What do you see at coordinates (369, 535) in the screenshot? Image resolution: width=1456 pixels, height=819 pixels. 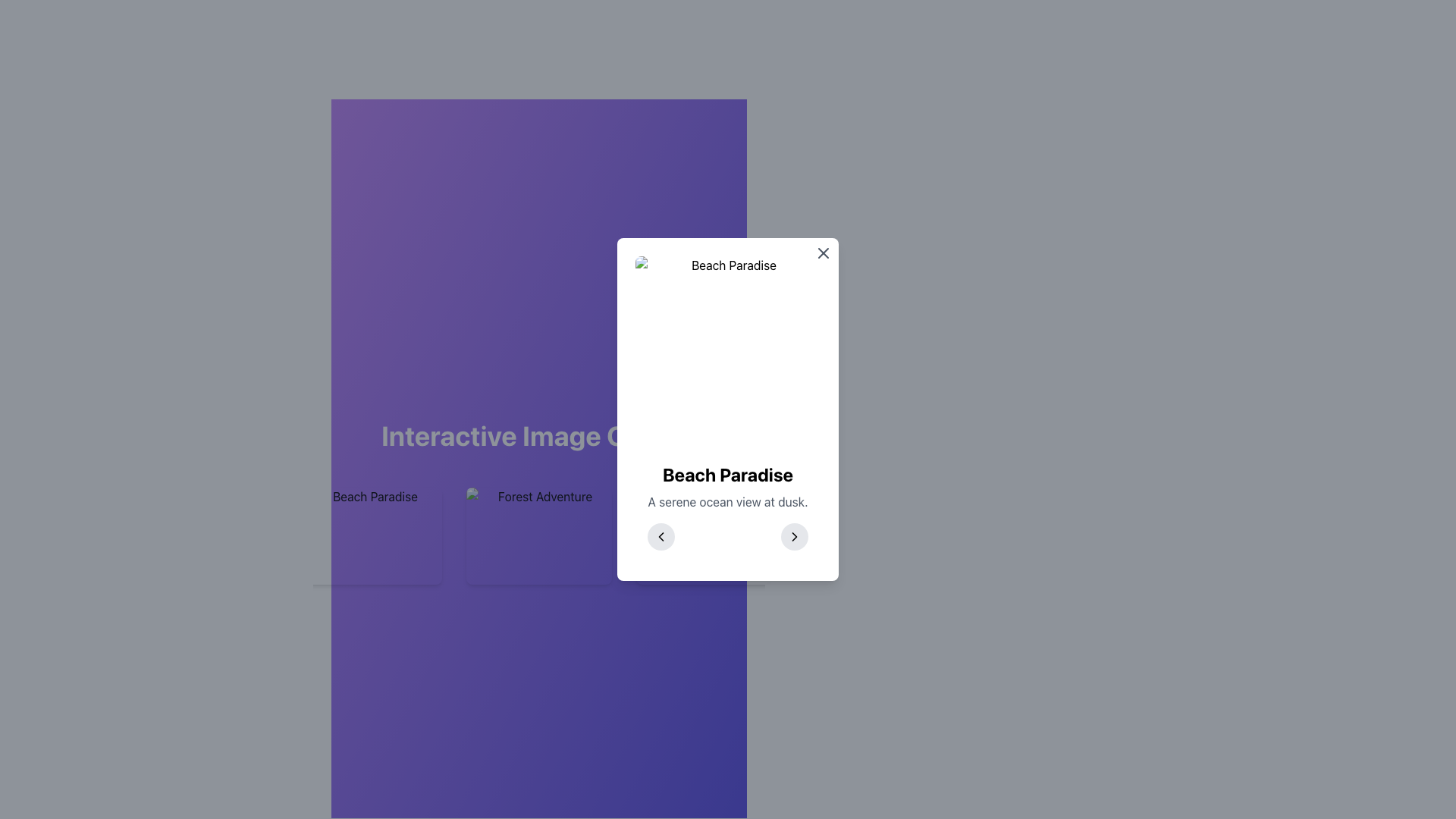 I see `the clickable image item labeled 'Beach Paradise' to observe the scaling effect` at bounding box center [369, 535].